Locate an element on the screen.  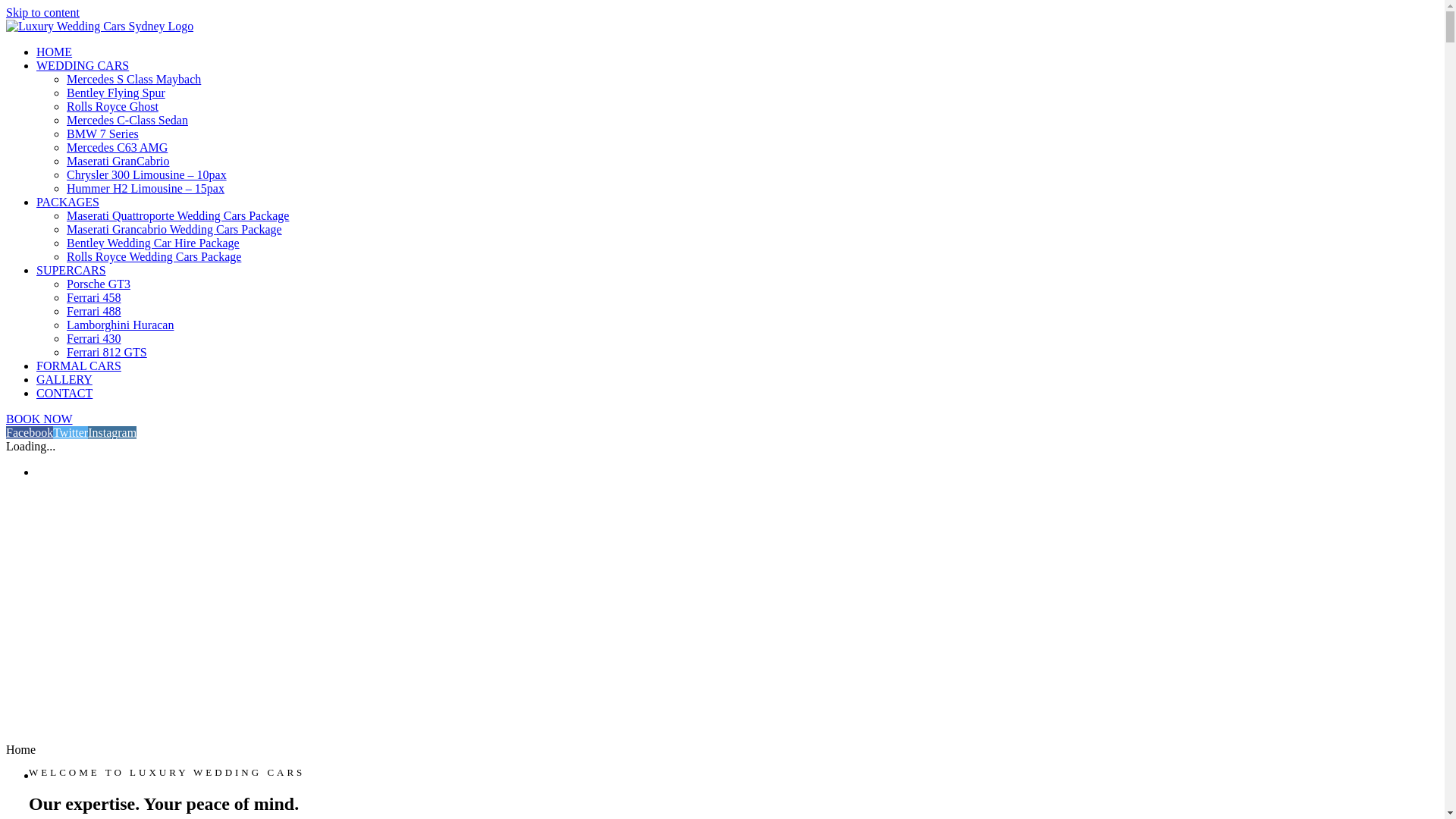
'Twitter' is located at coordinates (69, 432).